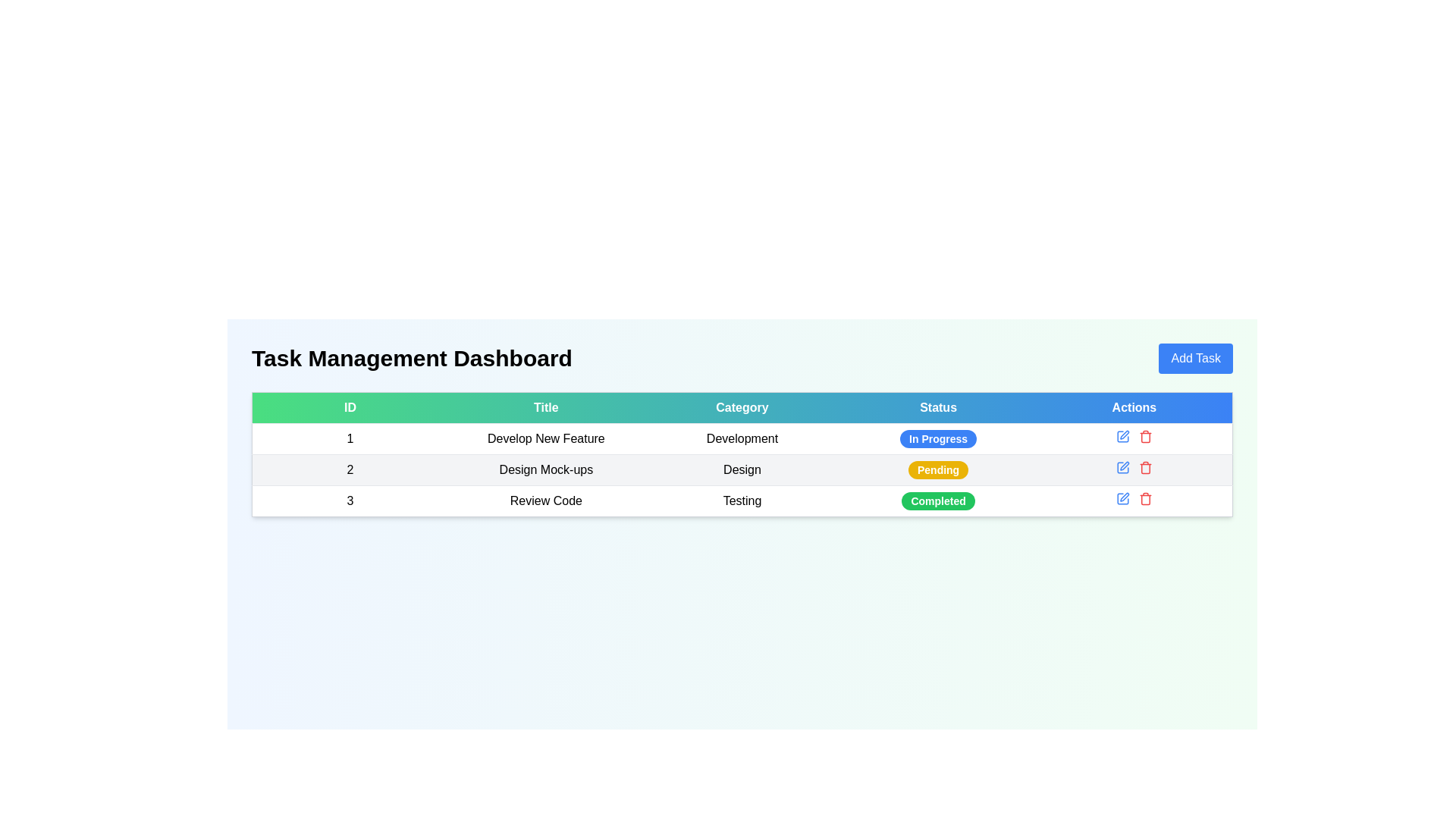 This screenshot has height=819, width=1456. I want to click on the edit button represented by the pen icon in the 'Actions' column of the 'Review Code' task, so click(1125, 497).